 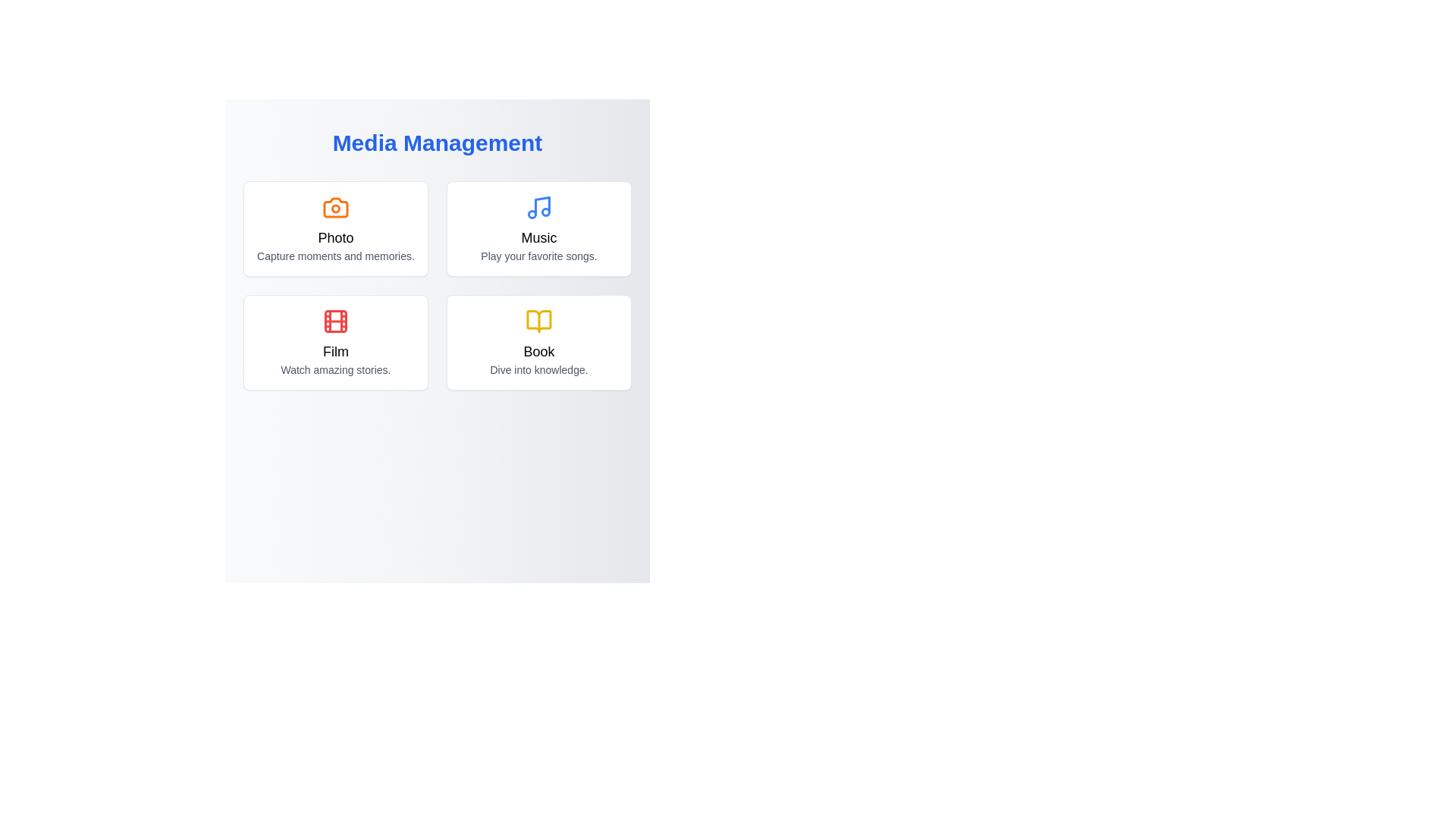 I want to click on the music icon located in the 'Media Management' section, specifically in the second cell of the first row, above the text 'Music', so click(x=538, y=207).